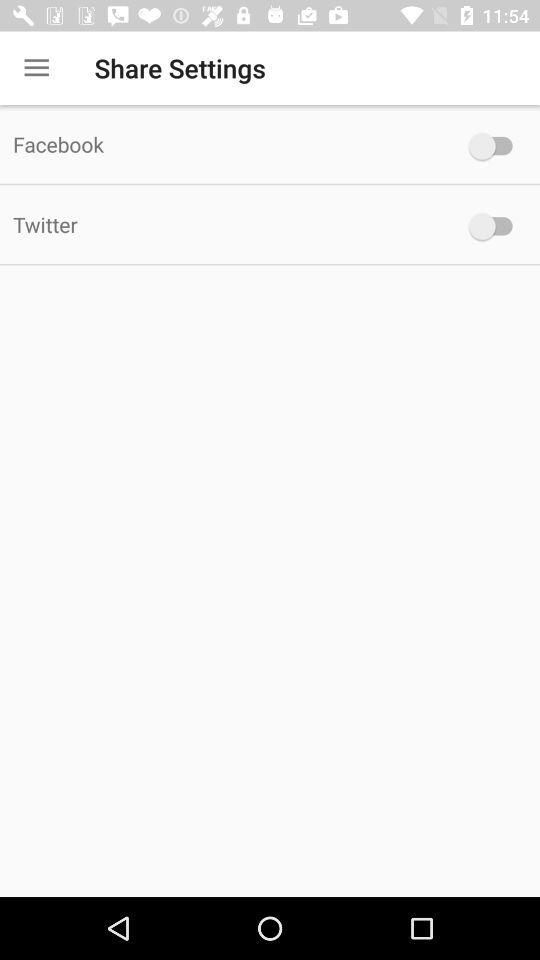 The image size is (540, 960). I want to click on the icon at the top left corner, so click(36, 68).